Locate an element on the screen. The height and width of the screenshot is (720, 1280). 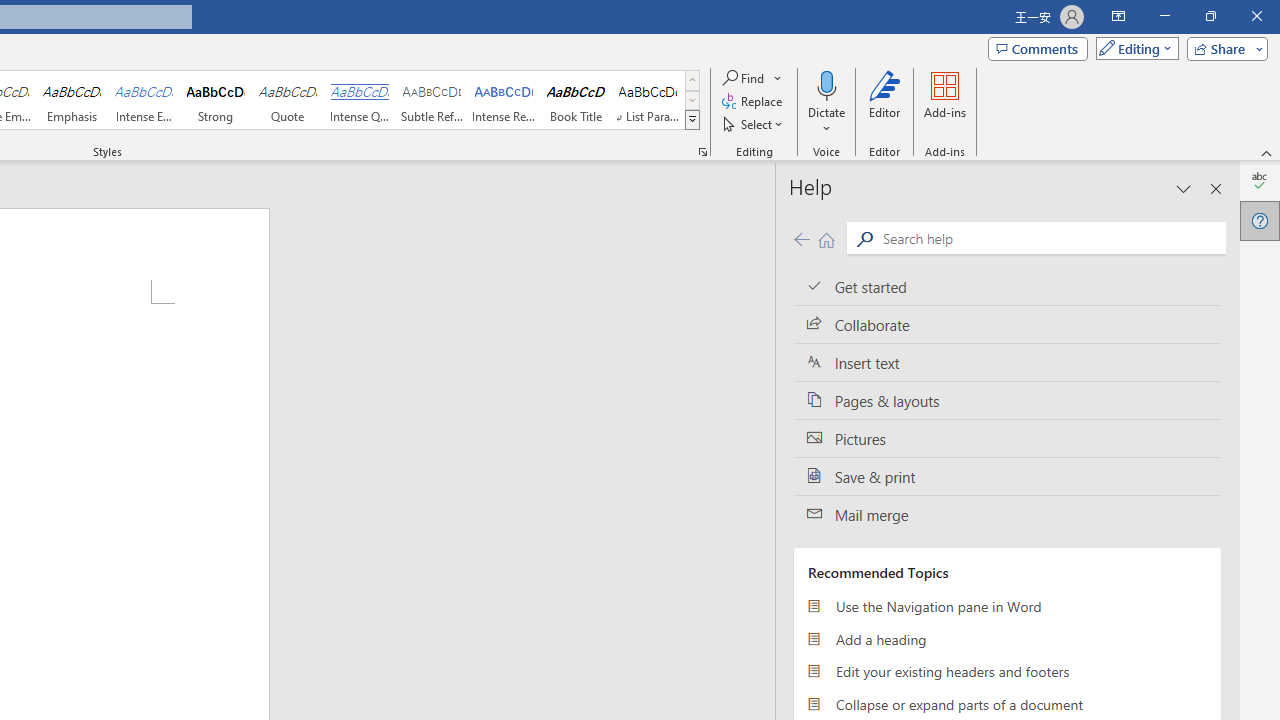
'Book Title' is located at coordinates (575, 100).